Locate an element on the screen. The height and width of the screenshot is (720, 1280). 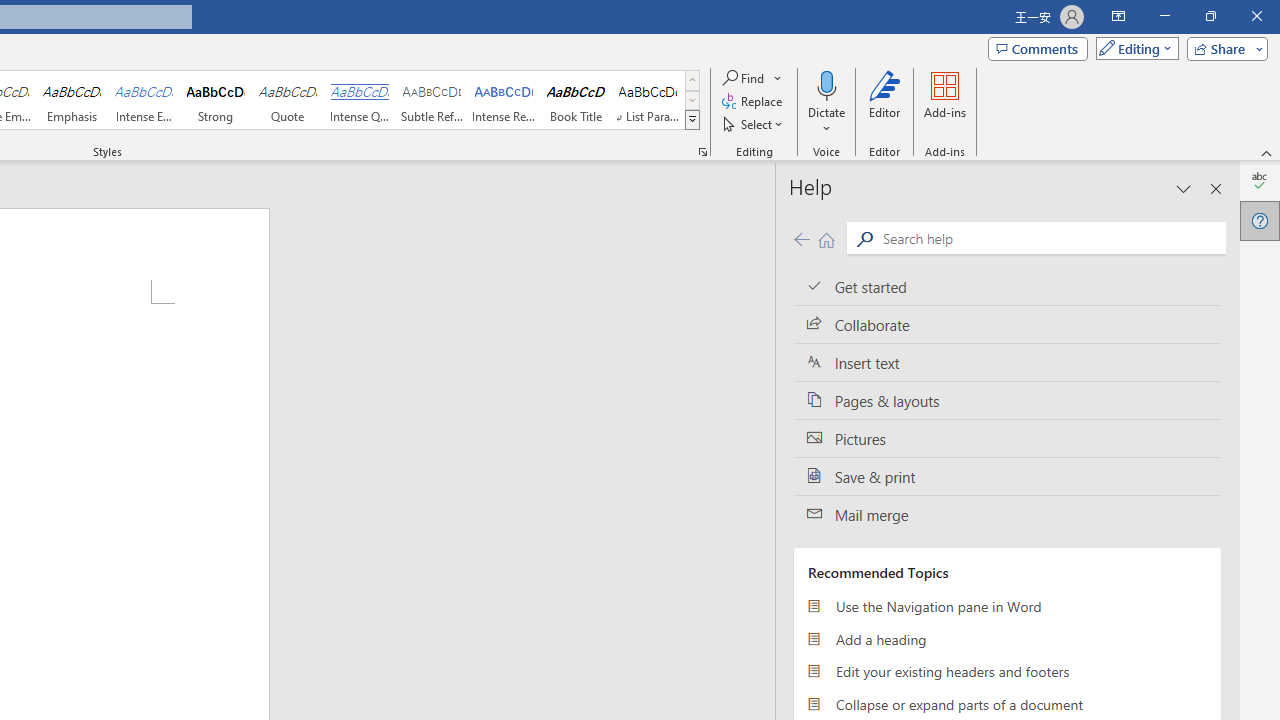
'Book Title' is located at coordinates (575, 100).